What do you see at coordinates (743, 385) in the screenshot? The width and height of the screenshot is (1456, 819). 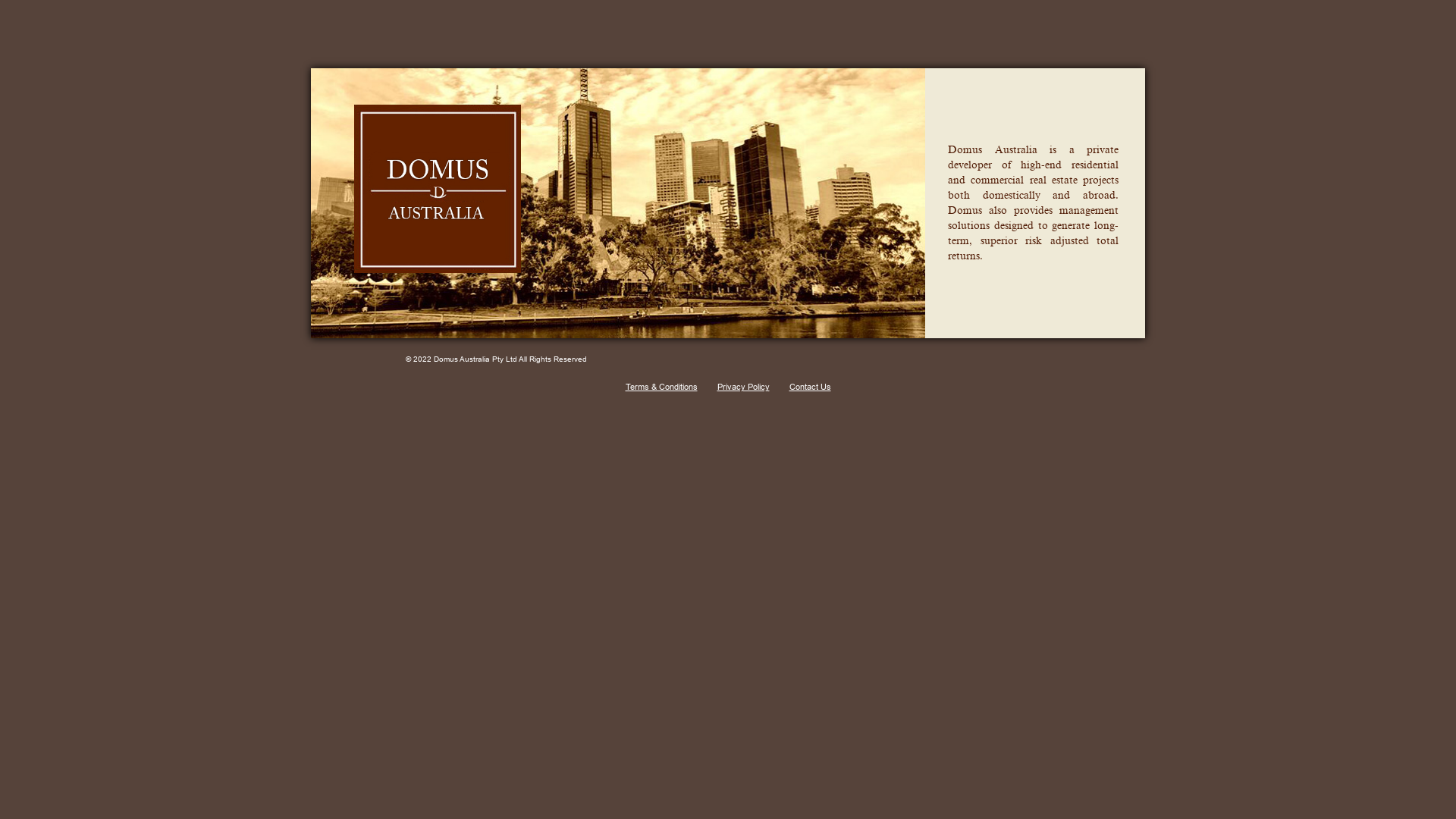 I see `'Privacy Policy'` at bounding box center [743, 385].